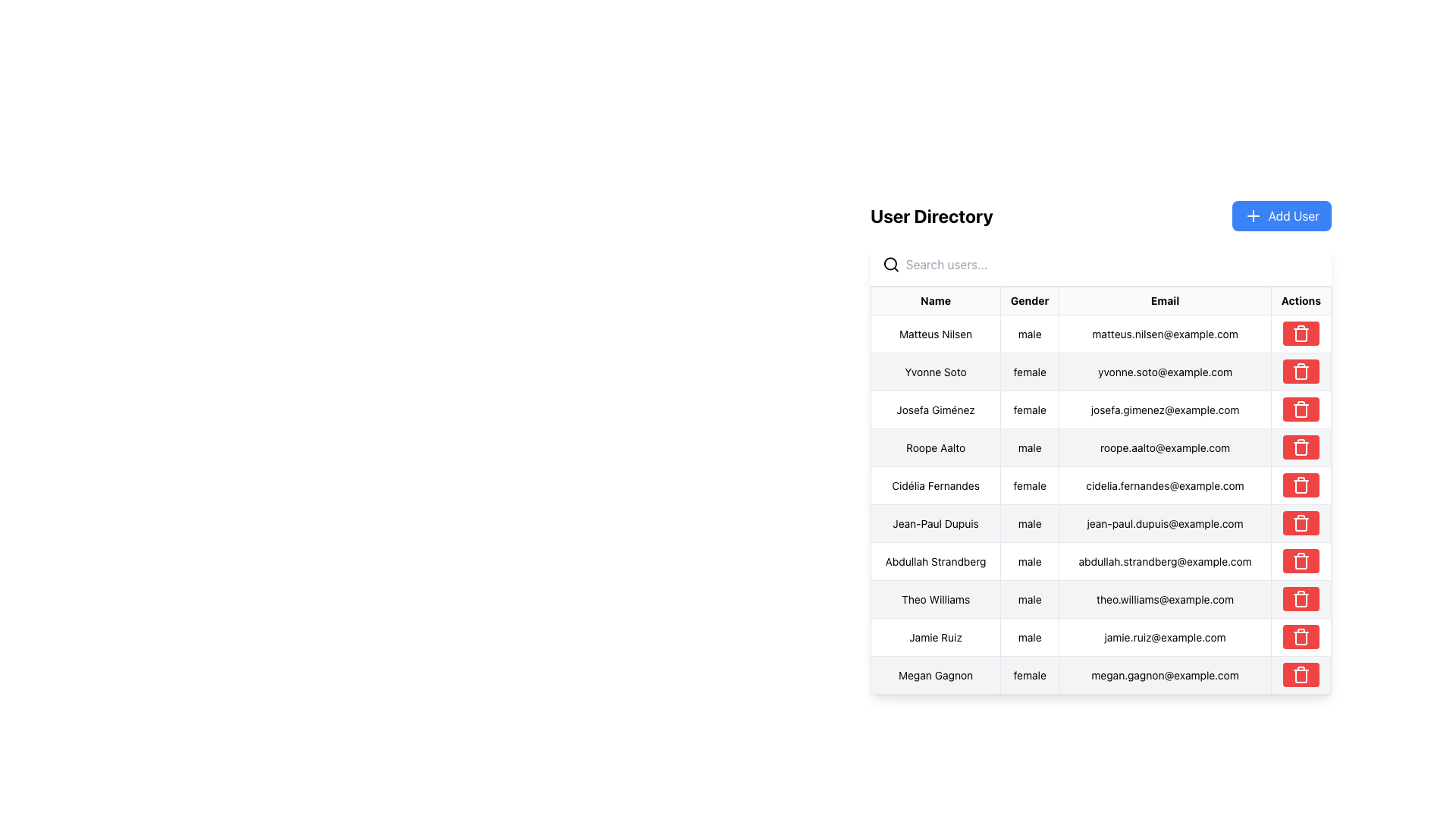 Image resolution: width=1456 pixels, height=819 pixels. What do you see at coordinates (1164, 598) in the screenshot?
I see `the label displaying the email address of the user 'Theo Williams' located in the 'Email' column of the user table` at bounding box center [1164, 598].